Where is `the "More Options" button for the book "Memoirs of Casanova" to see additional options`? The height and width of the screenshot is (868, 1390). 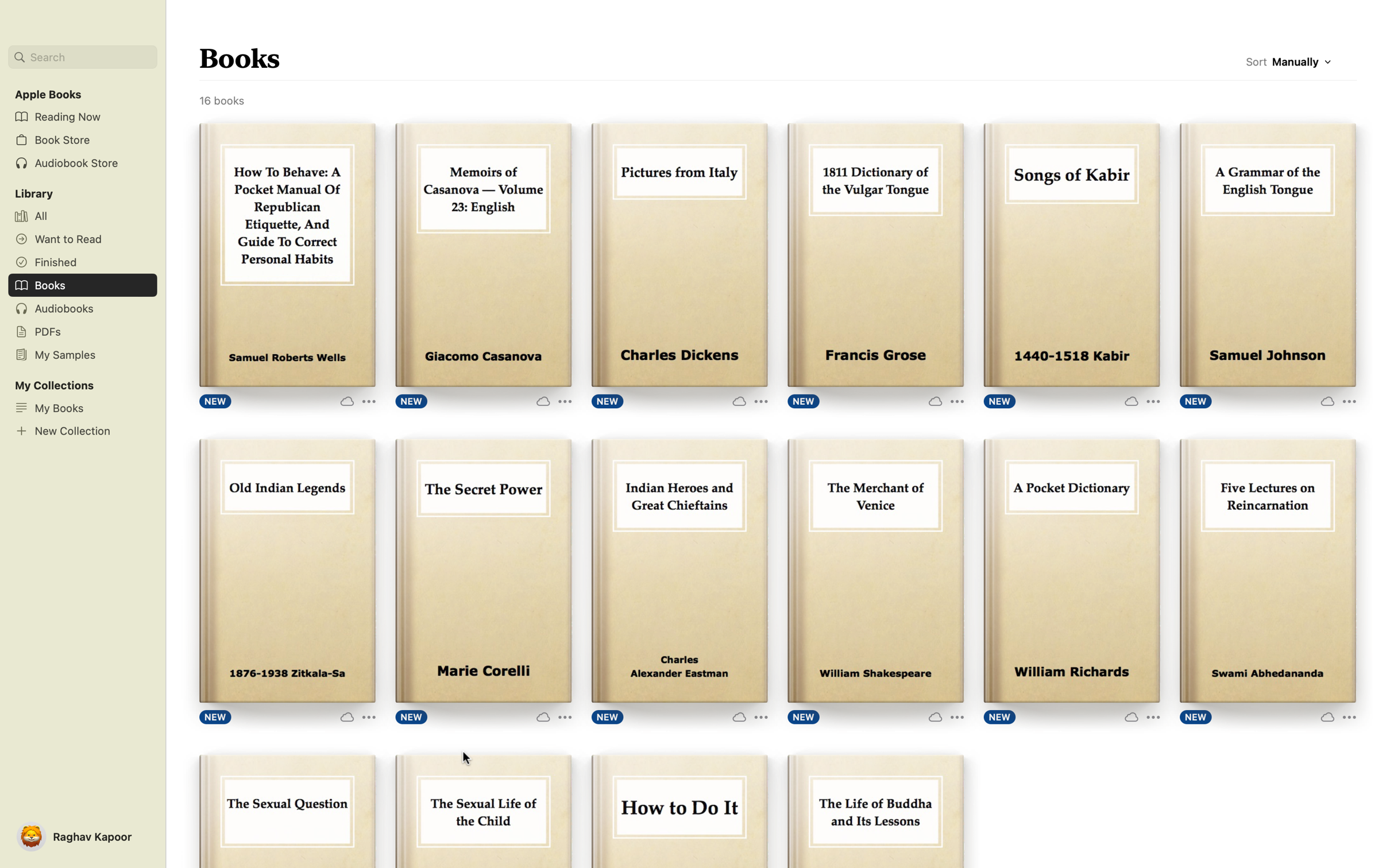
the "More Options" button for the book "Memoirs of Casanova" to see additional options is located at coordinates (550, 400).